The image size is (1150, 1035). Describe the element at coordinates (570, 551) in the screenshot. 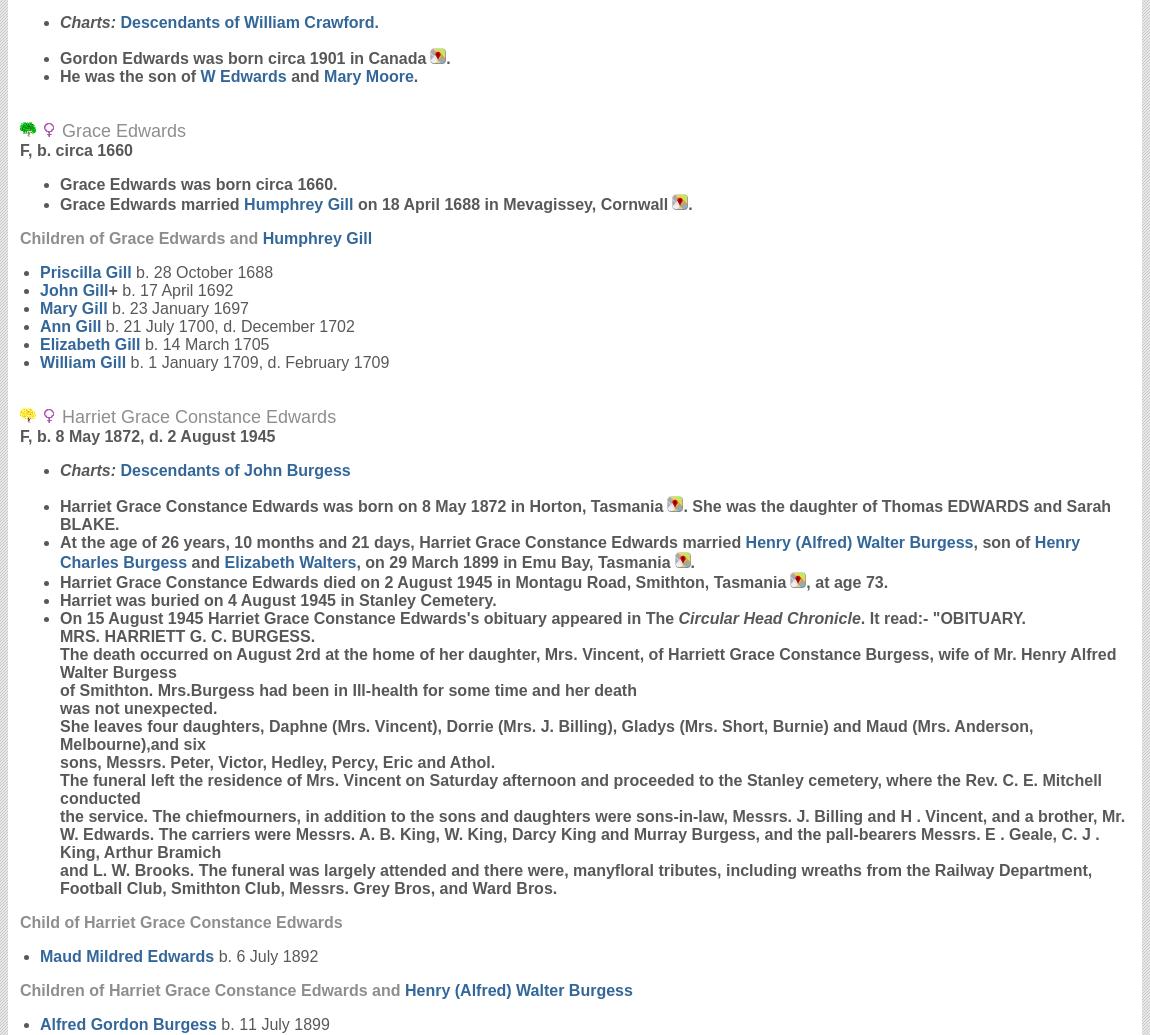

I see `'Henry Charles'` at that location.